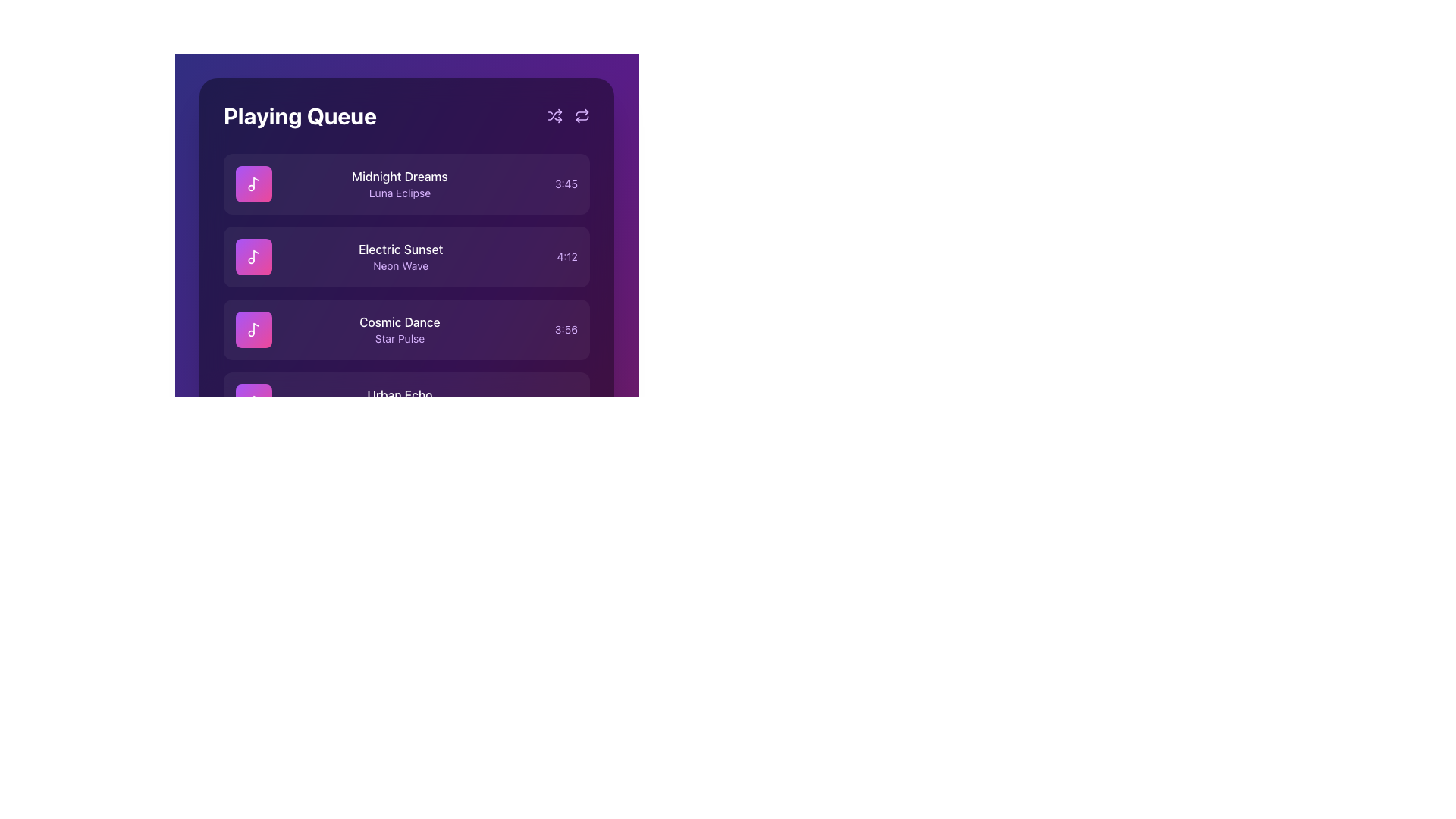  What do you see at coordinates (567, 115) in the screenshot?
I see `the interactive icon in the top-right corner of the 'Playing Queue' section` at bounding box center [567, 115].